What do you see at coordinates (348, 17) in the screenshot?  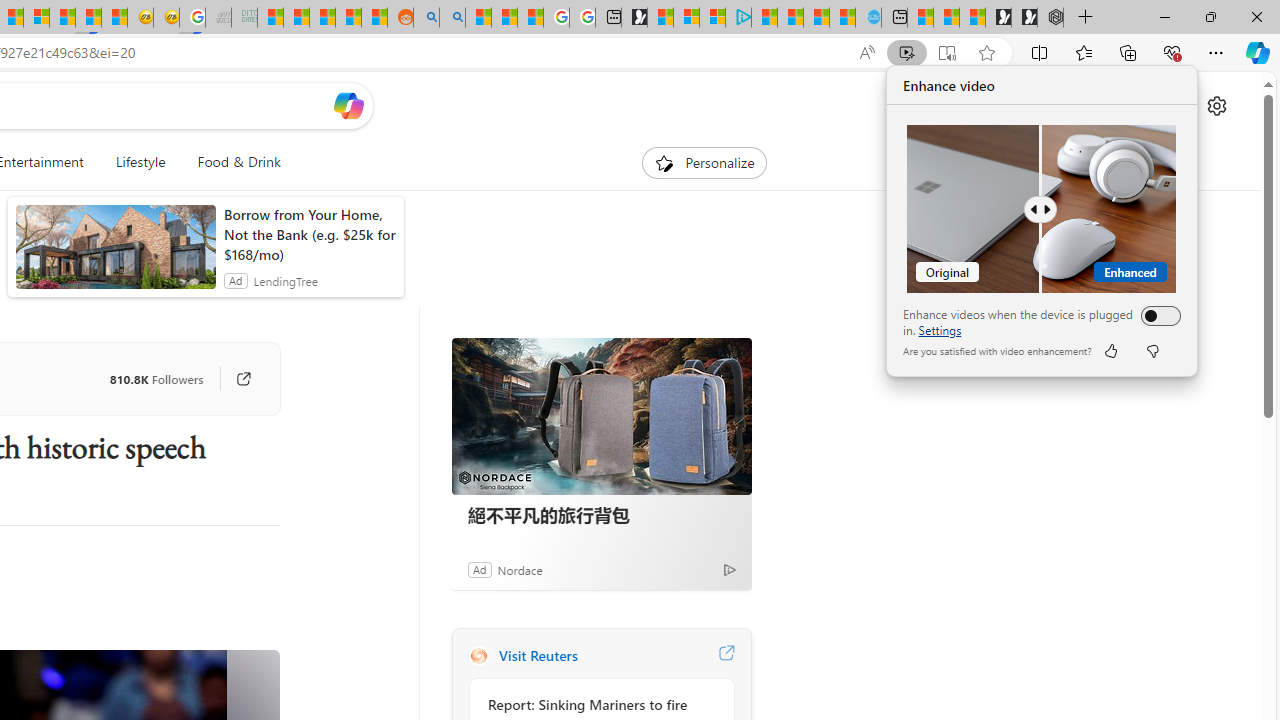 I see `'Student Loan Update: Forgiveness Program Ends This Month'` at bounding box center [348, 17].